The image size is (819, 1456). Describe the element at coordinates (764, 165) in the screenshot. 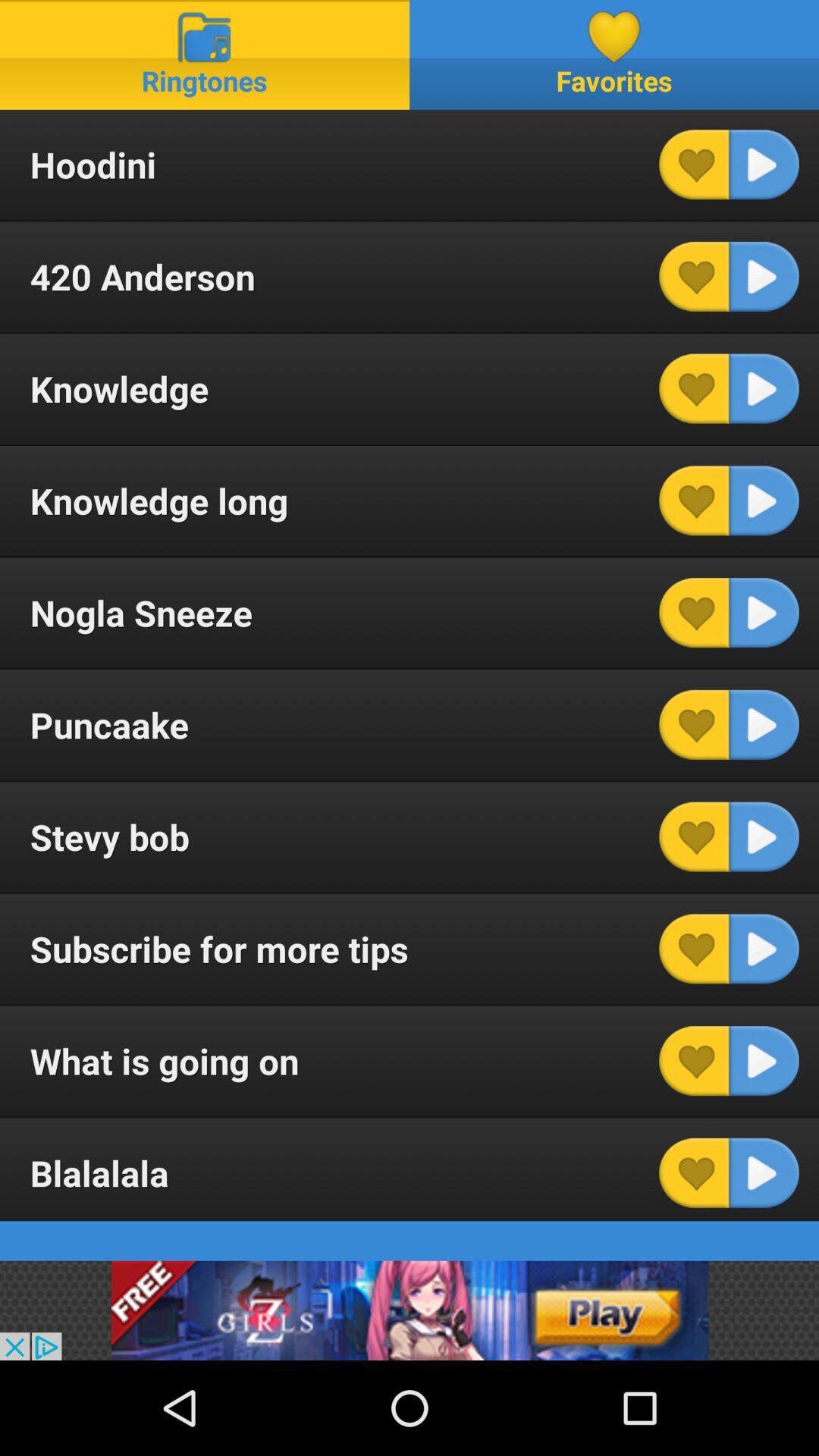

I see `ringtone` at that location.